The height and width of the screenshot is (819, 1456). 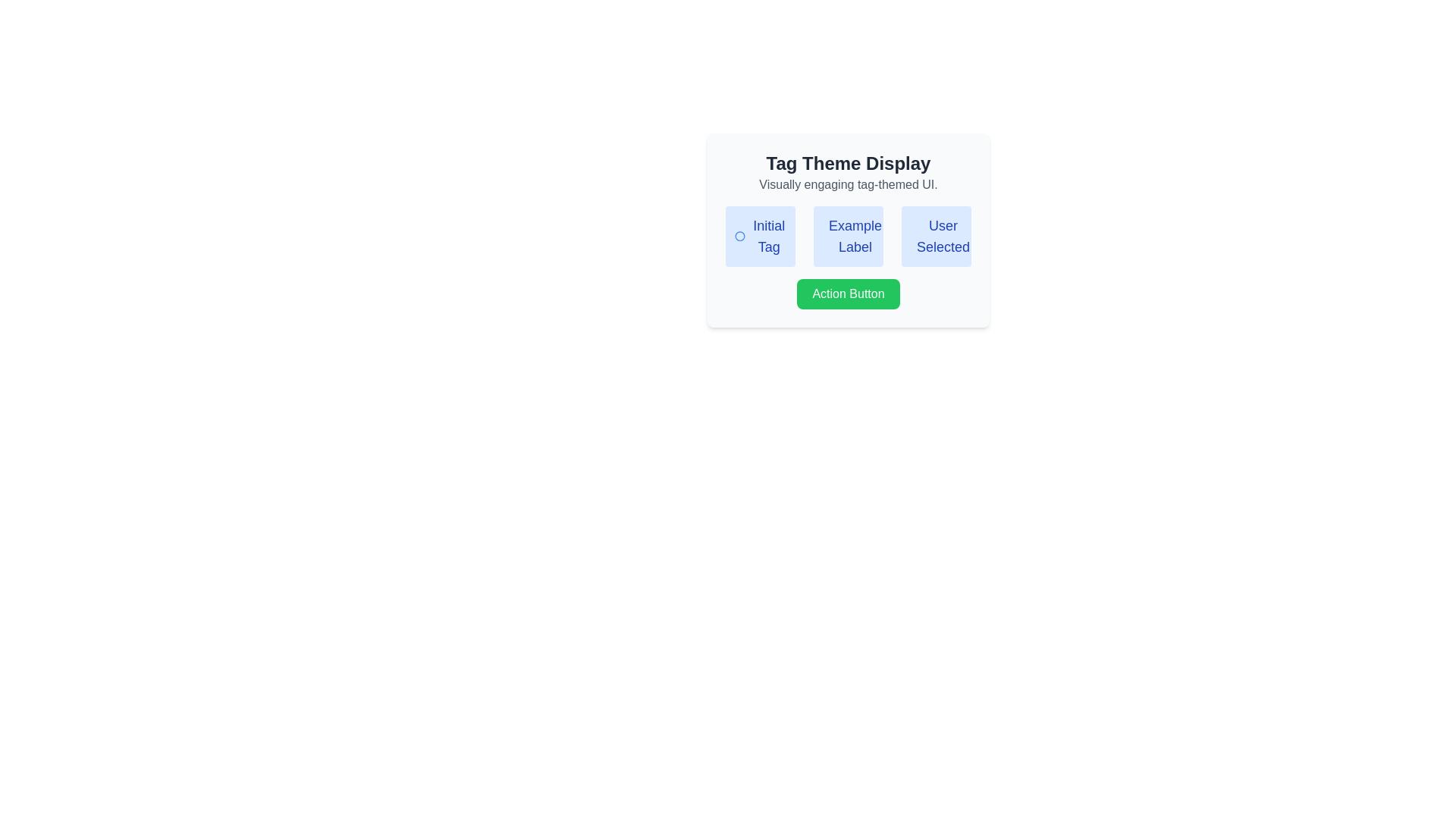 I want to click on the blue outlined SVG Circle located inside the 'Initial Tag' label in the top row of labels, so click(x=740, y=237).